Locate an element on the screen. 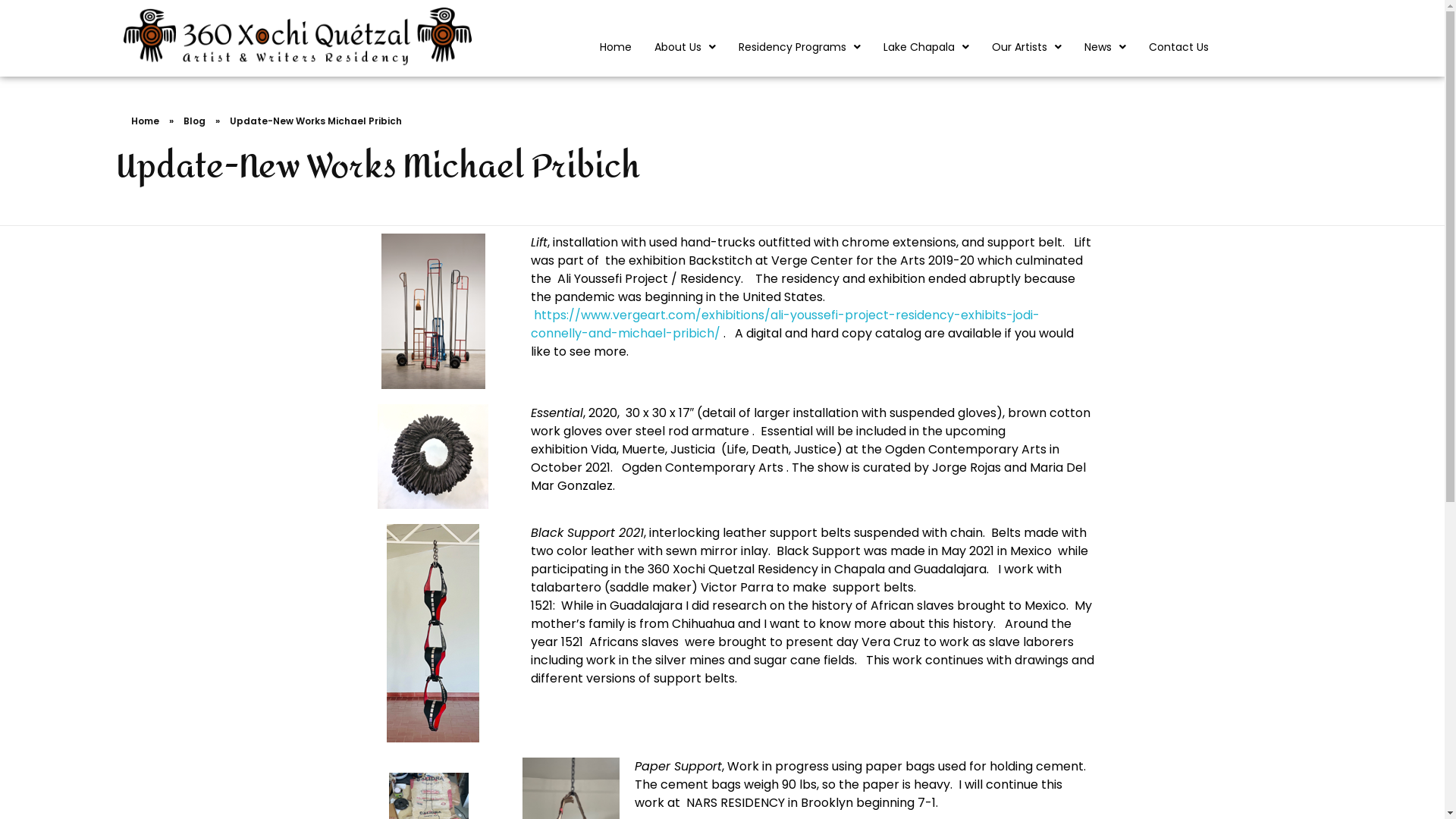 This screenshot has height=819, width=1456. 'Blog' is located at coordinates (193, 120).